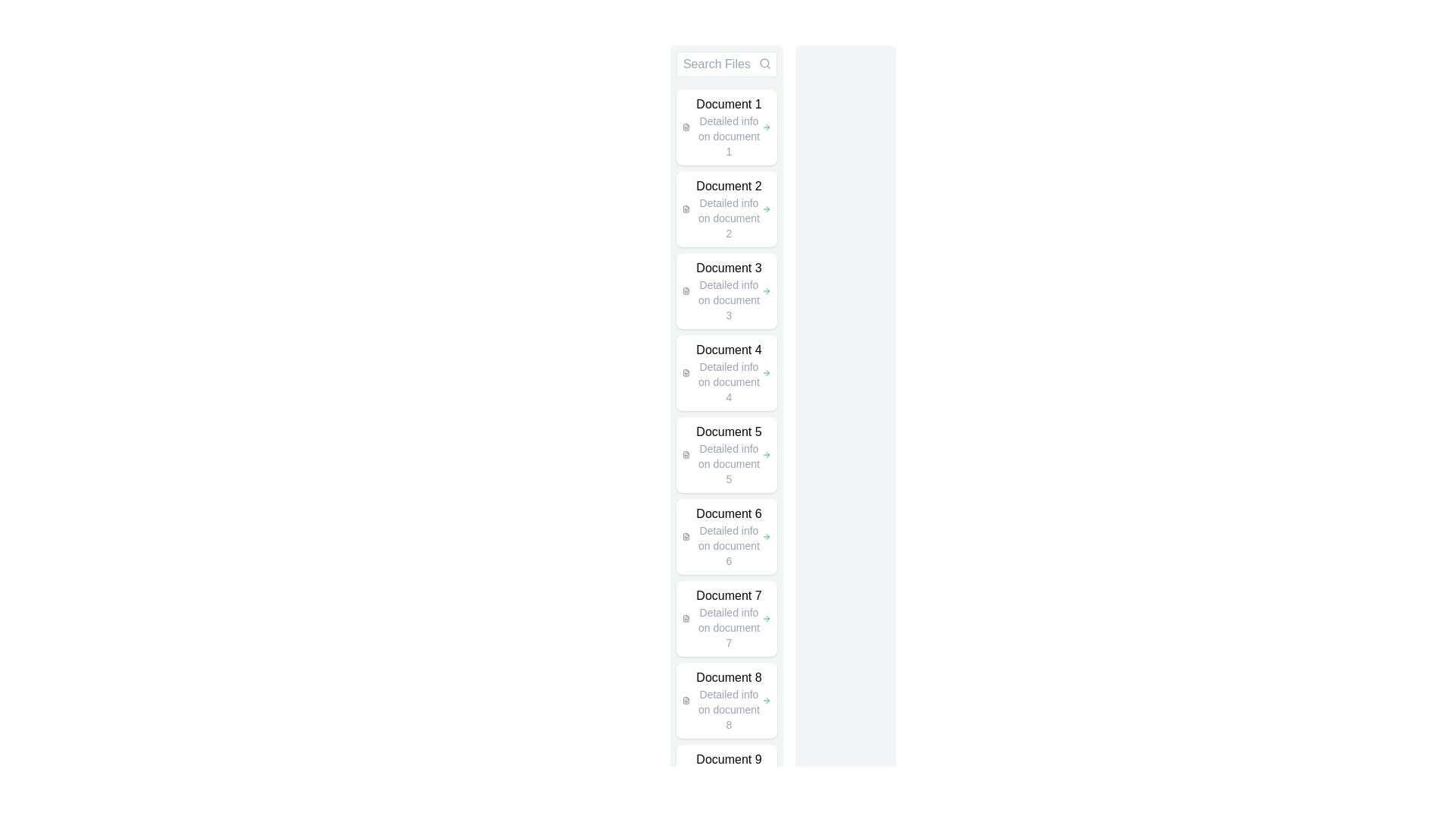  Describe the element at coordinates (729, 595) in the screenshot. I see `the text label that identifies the seventh document item in the list` at that location.